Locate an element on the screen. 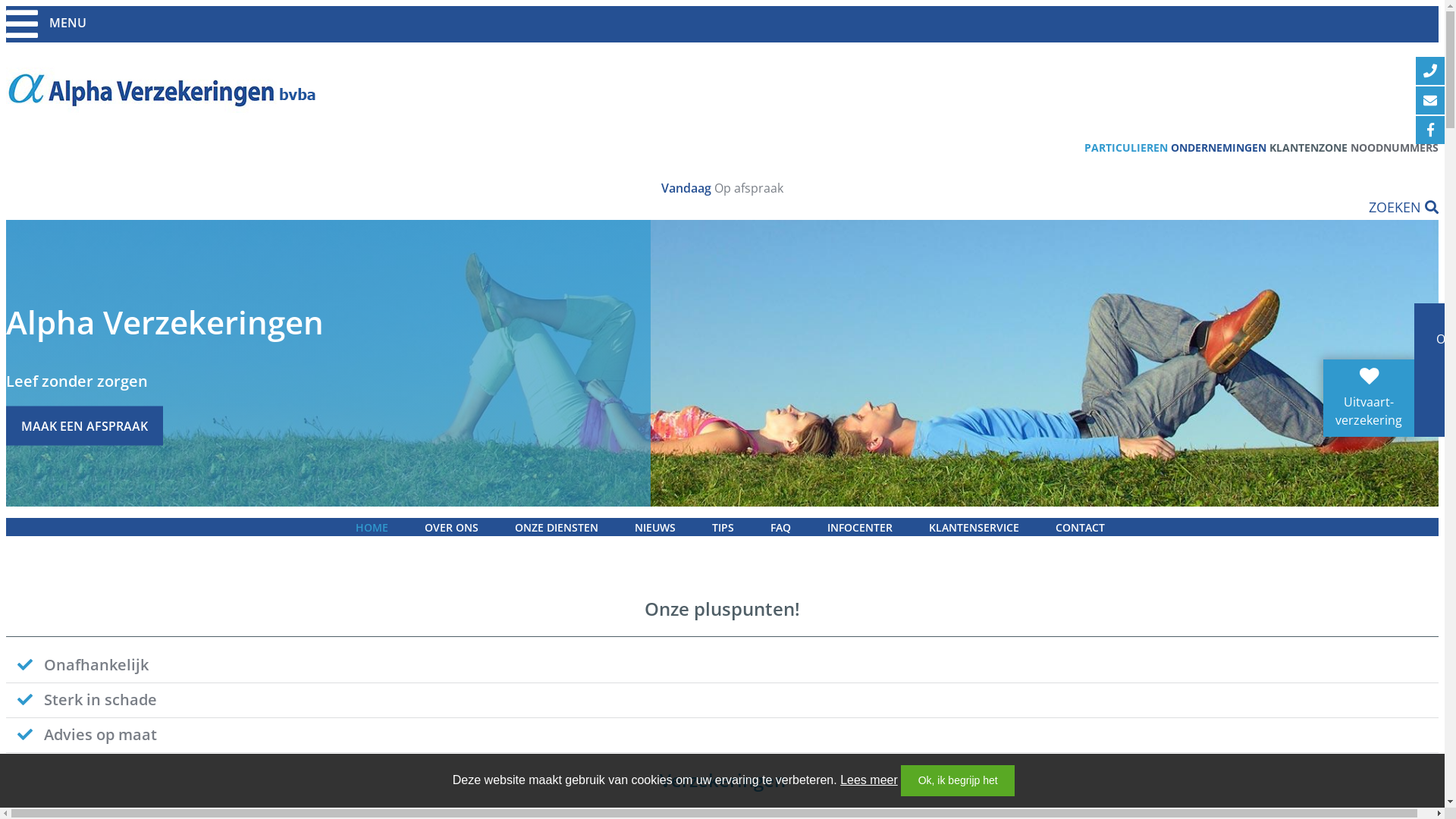 The width and height of the screenshot is (1456, 819). 'NOODNUMMERS' is located at coordinates (1350, 147).